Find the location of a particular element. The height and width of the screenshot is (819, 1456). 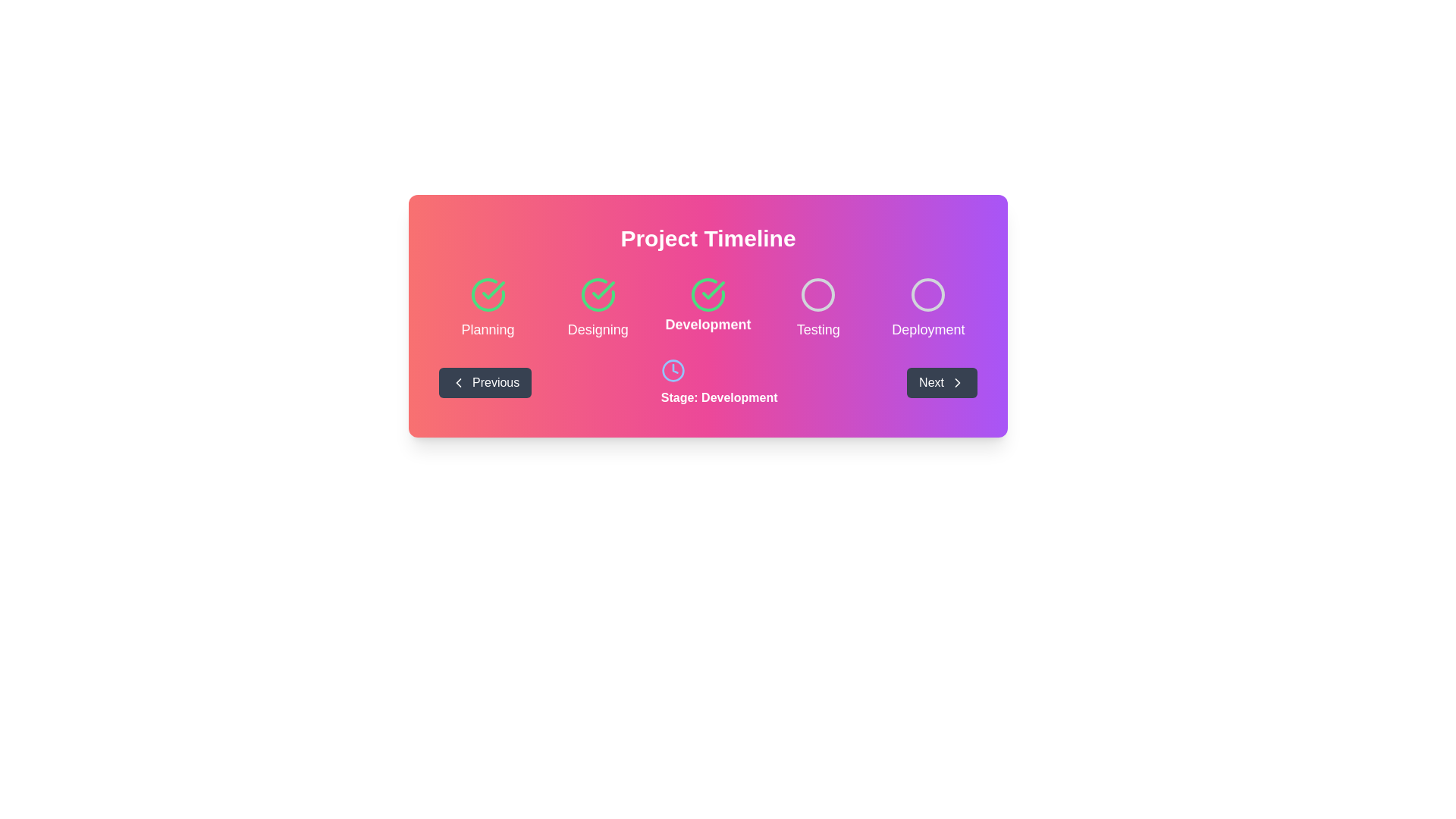

the green circular outline of the progress icon that is part of the third milestone indicator under the 'Development' label in the horizontal timeline is located at coordinates (708, 295).